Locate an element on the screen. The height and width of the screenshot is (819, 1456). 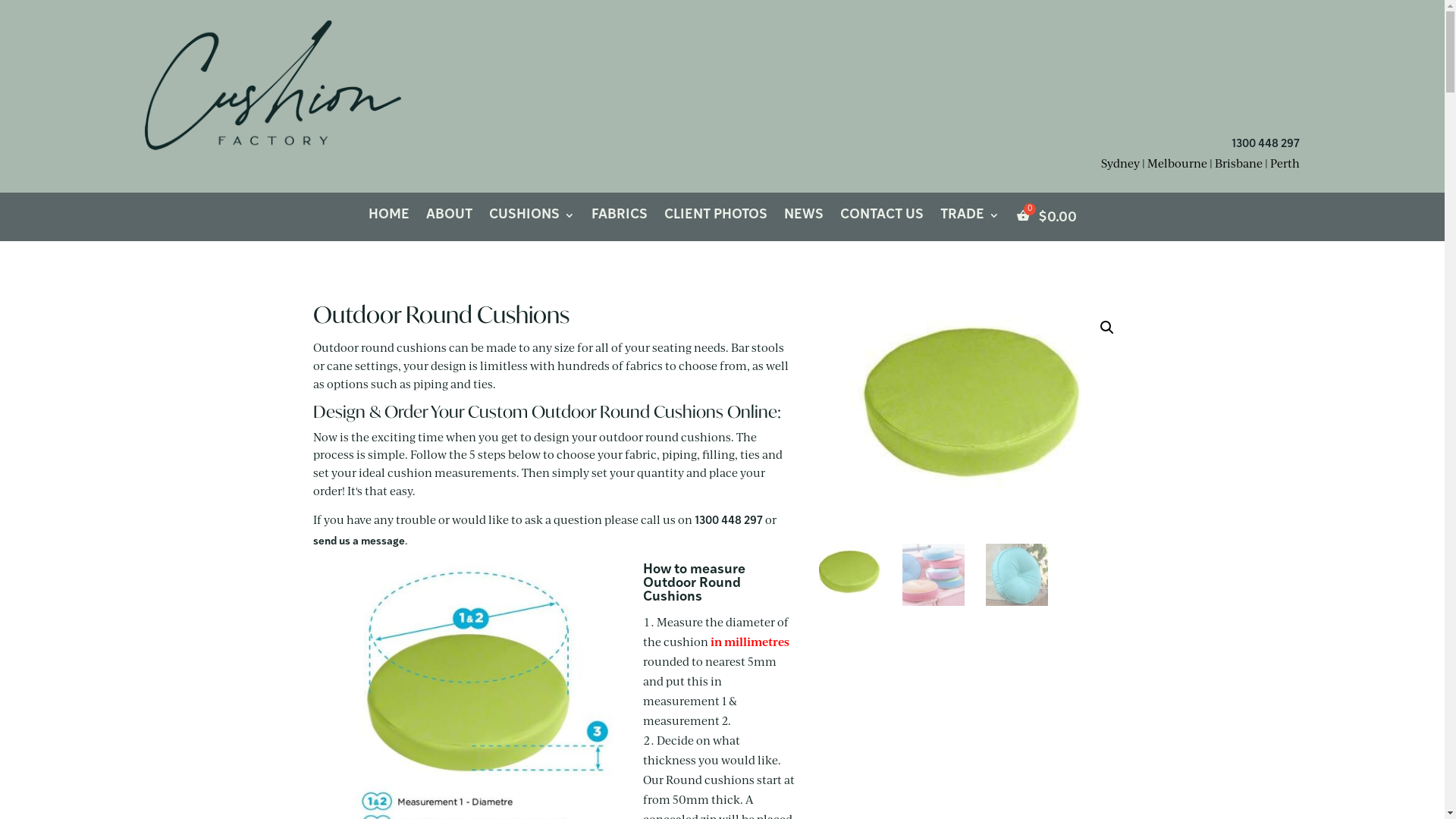
'send us a message' is located at coordinates (357, 541).